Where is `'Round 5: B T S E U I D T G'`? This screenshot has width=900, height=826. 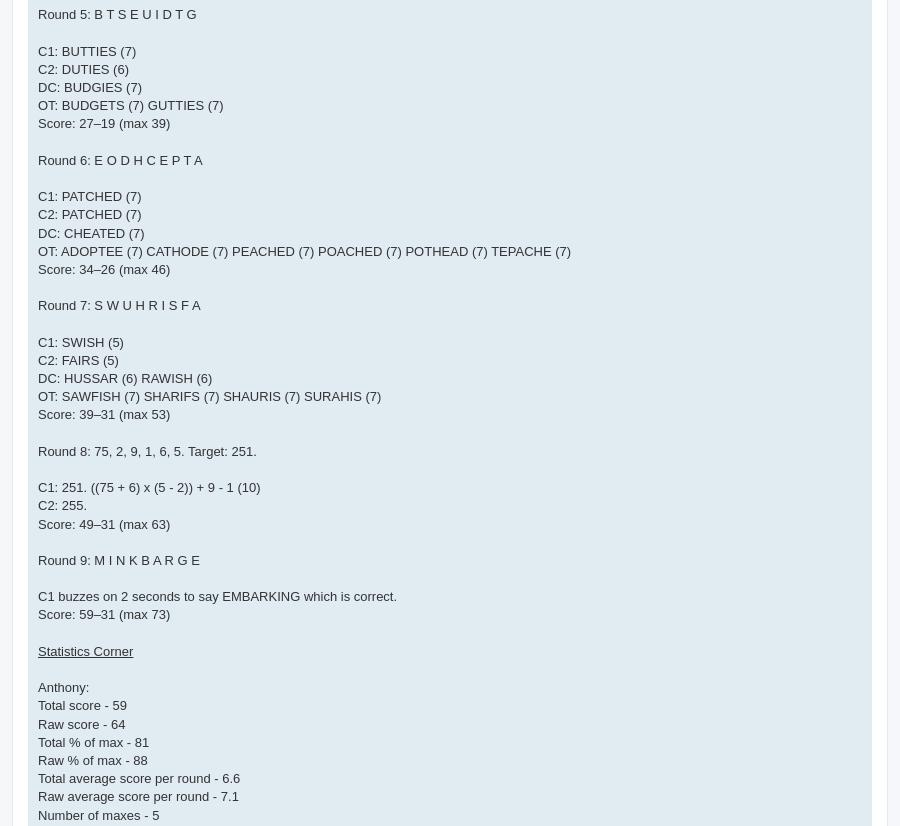 'Round 5: B T S E U I D T G' is located at coordinates (117, 14).